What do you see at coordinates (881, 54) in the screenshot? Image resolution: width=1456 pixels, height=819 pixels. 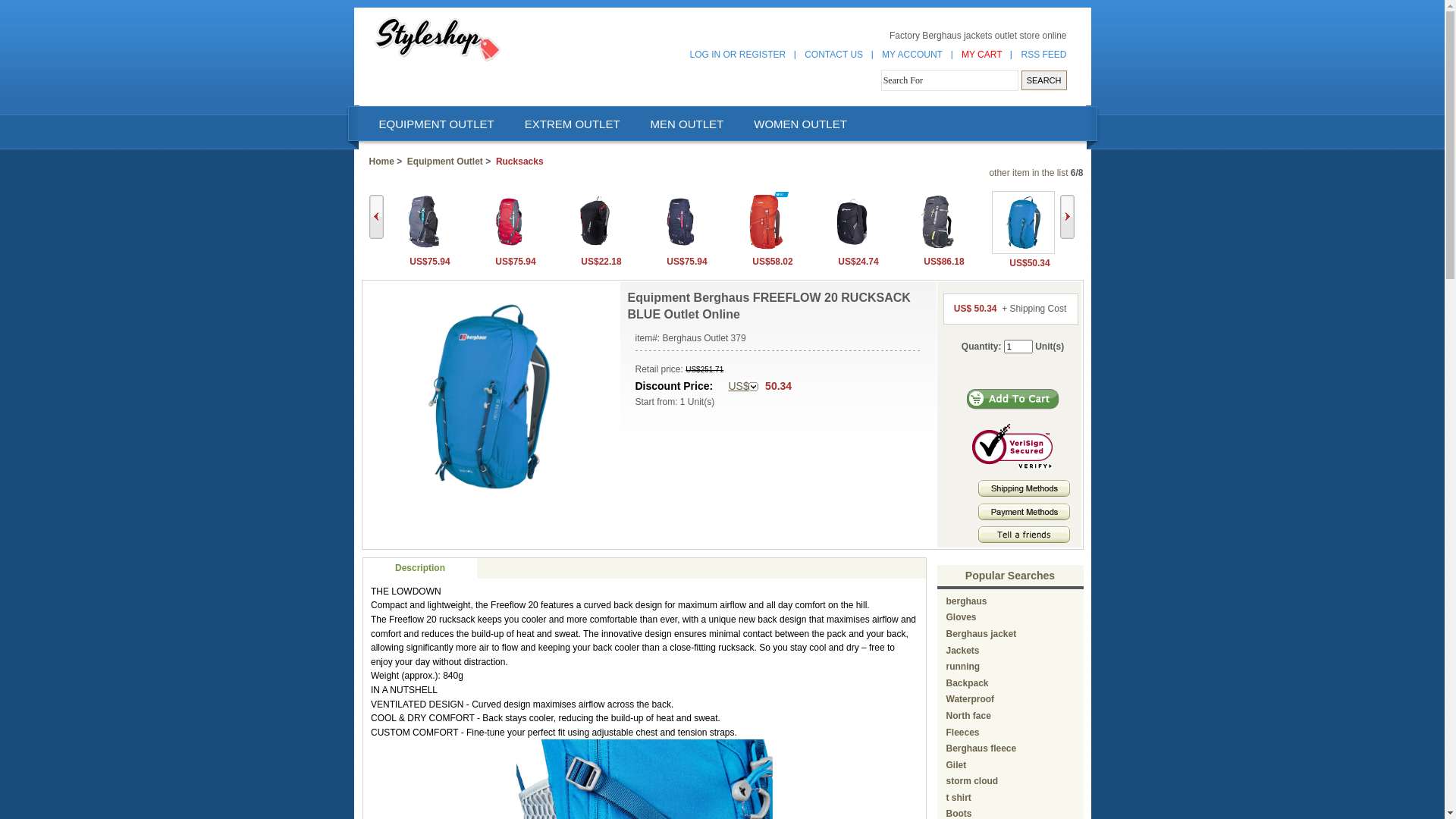 I see `'MY ACCOUNT'` at bounding box center [881, 54].